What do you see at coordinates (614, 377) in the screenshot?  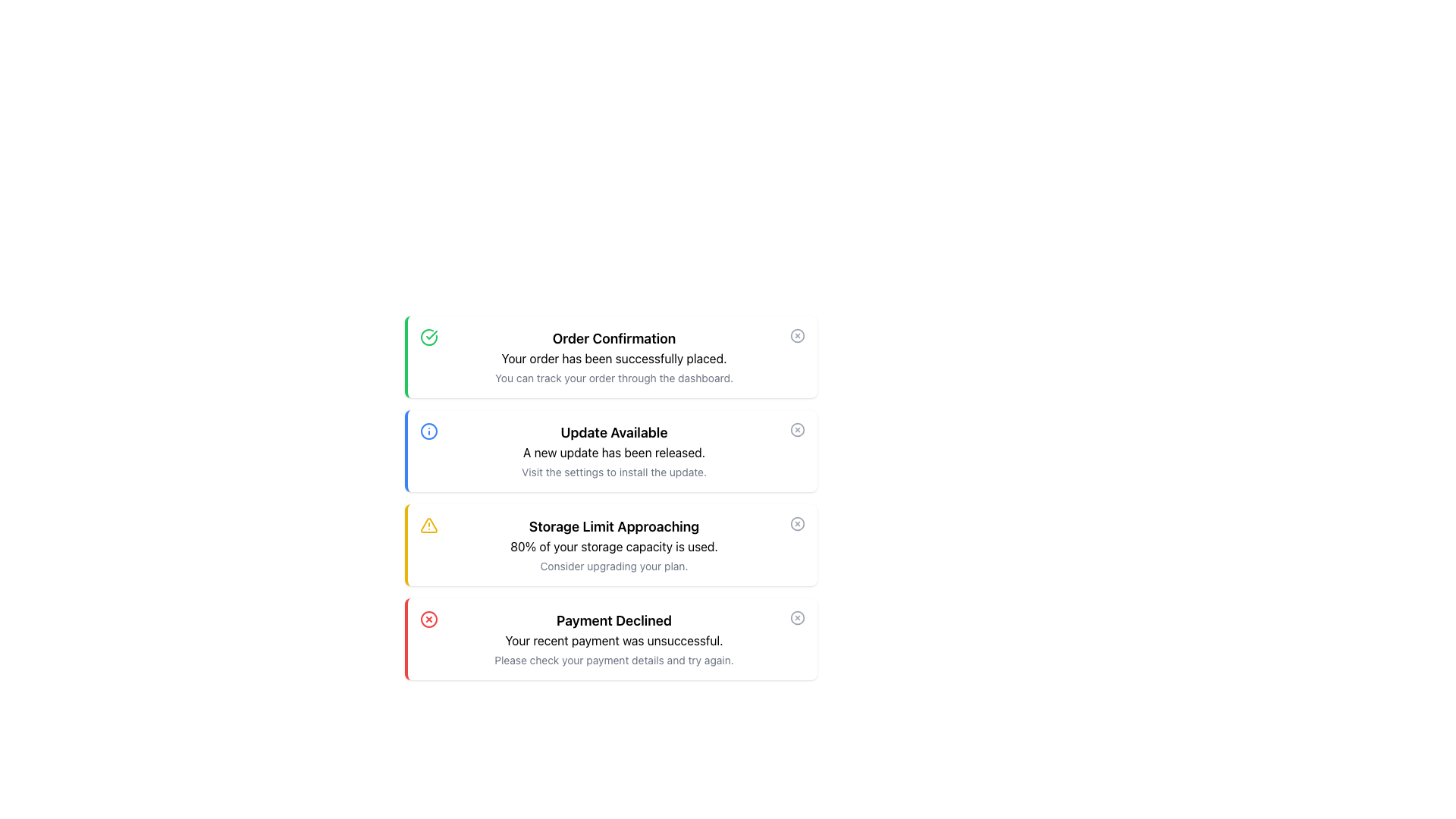 I see `the static text reading 'You can track your order through the dashboard.' which is styled in gray and positioned below the 'Your order has been successfully placed.' text` at bounding box center [614, 377].